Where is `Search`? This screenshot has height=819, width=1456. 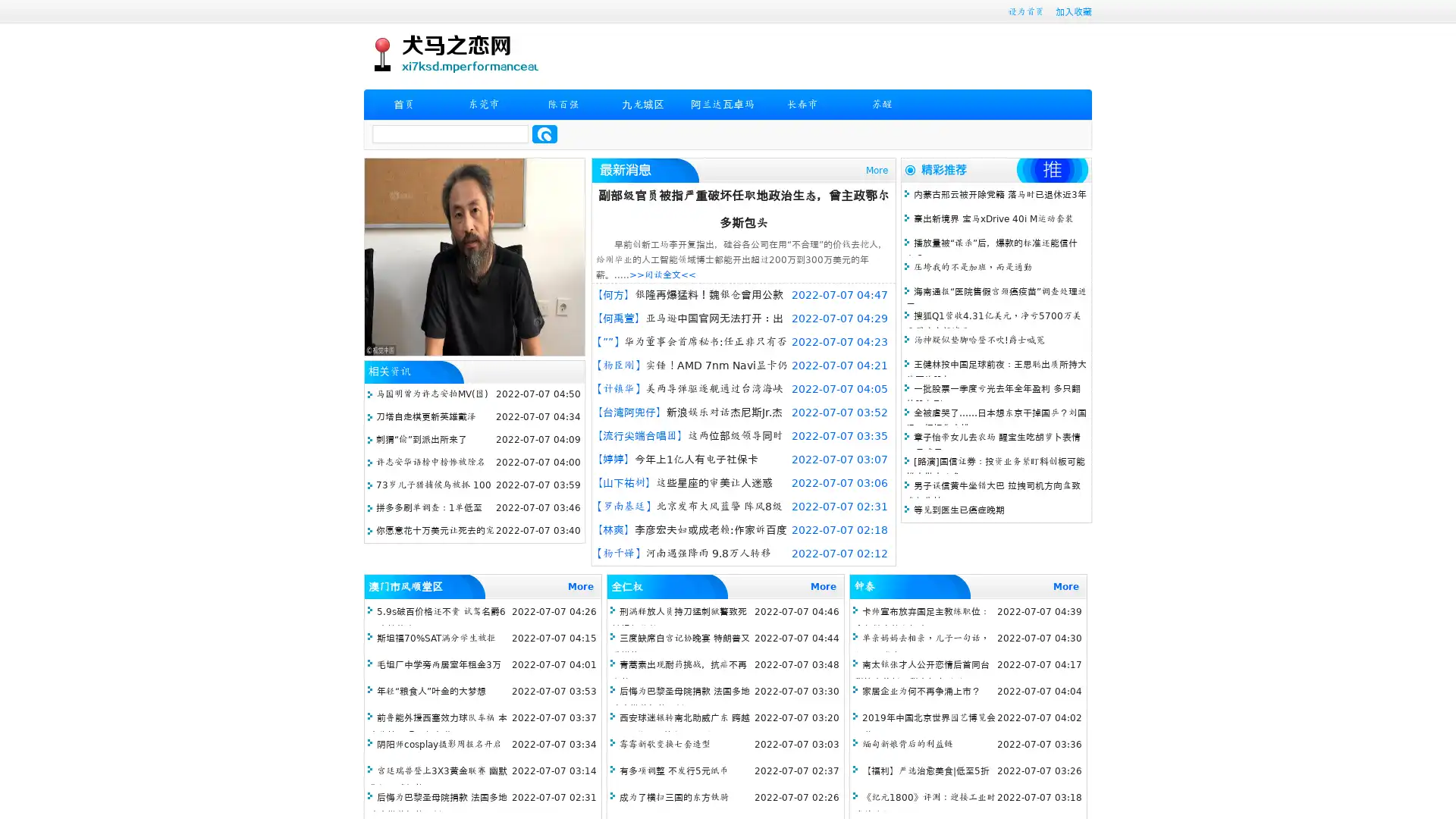
Search is located at coordinates (544, 133).